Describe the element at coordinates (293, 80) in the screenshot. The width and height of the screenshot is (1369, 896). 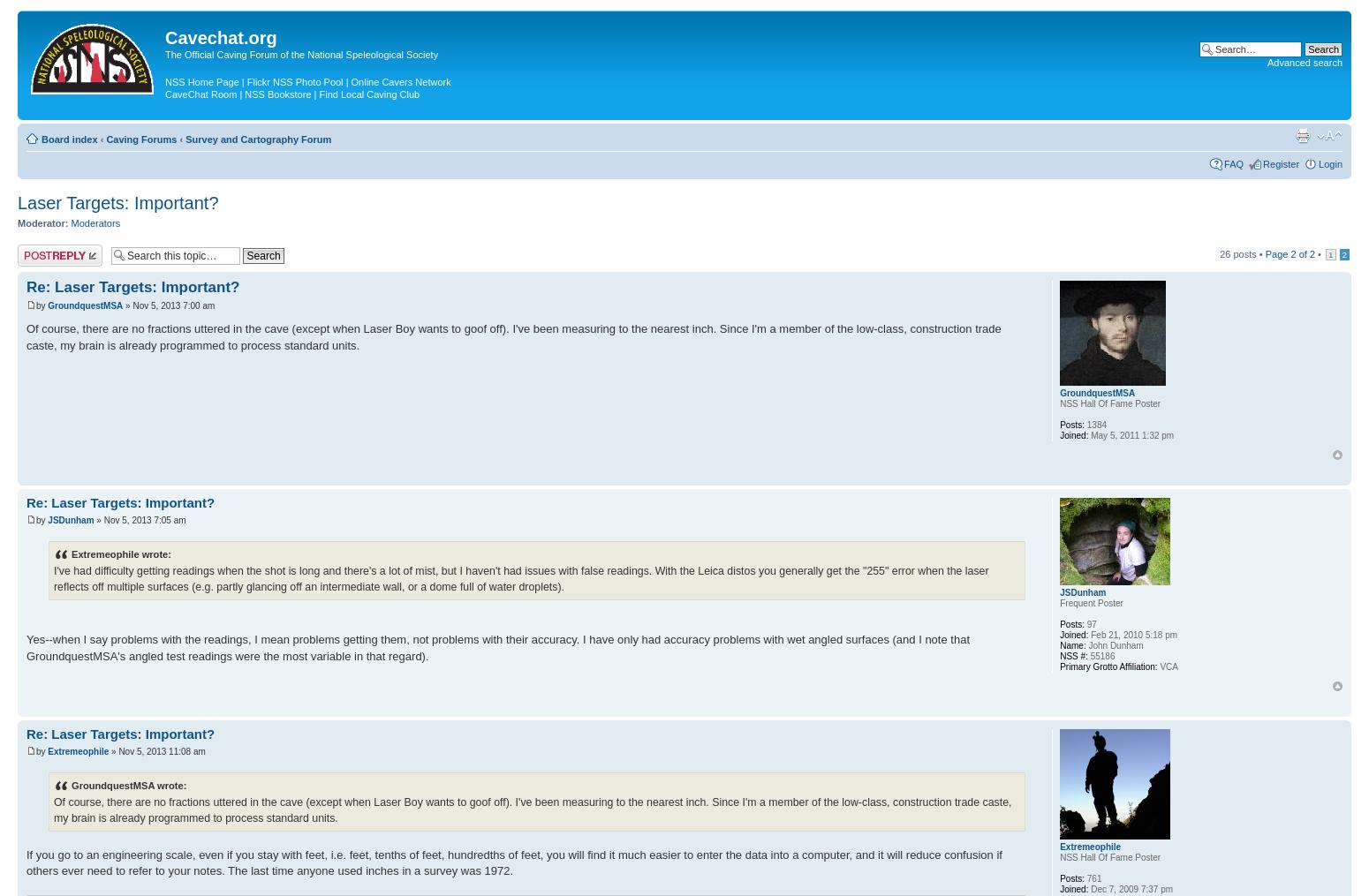
I see `'Flickr NSS Photo Pool'` at that location.